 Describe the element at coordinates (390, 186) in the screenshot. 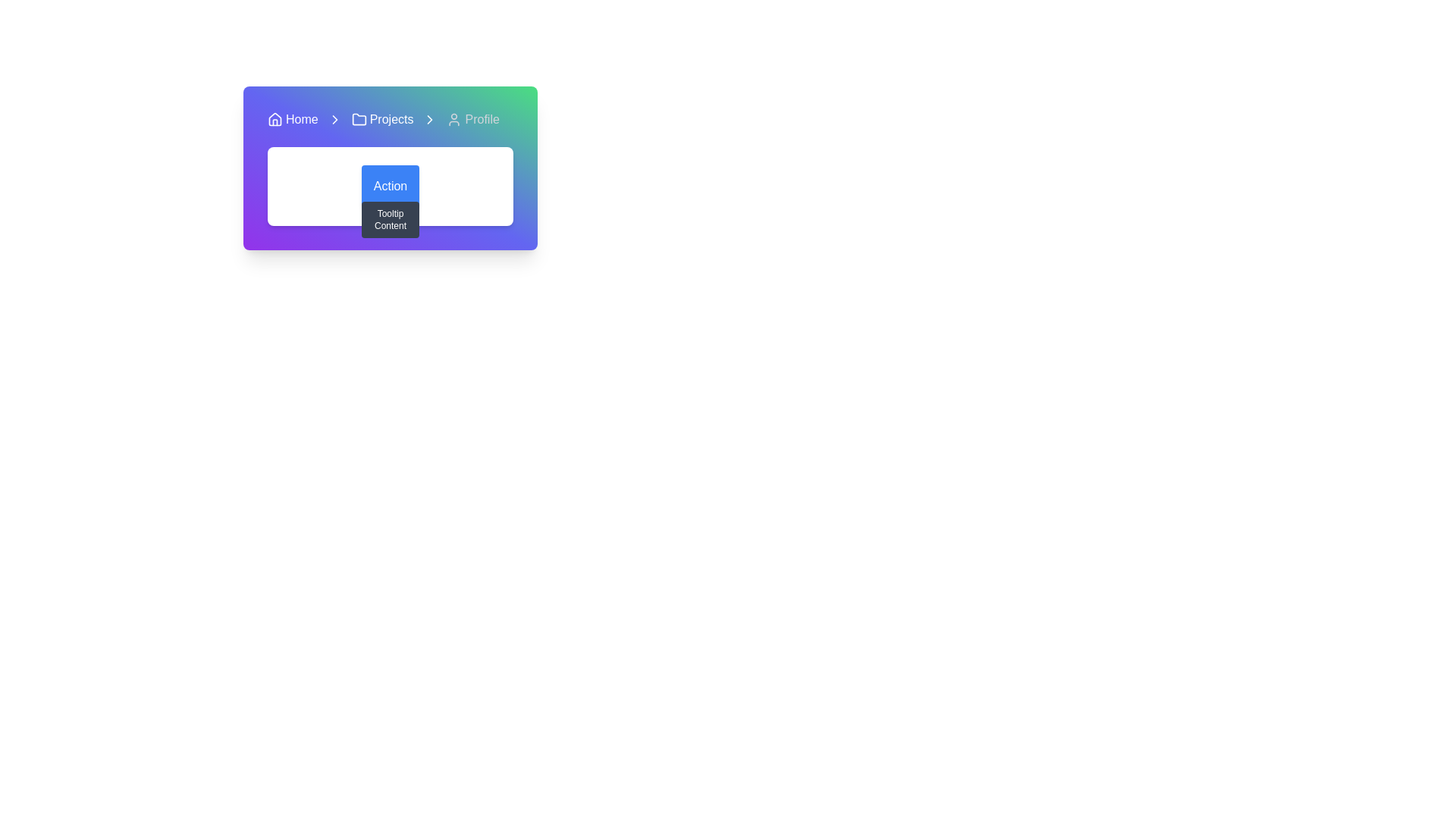

I see `the blue button labeled 'Action'` at that location.